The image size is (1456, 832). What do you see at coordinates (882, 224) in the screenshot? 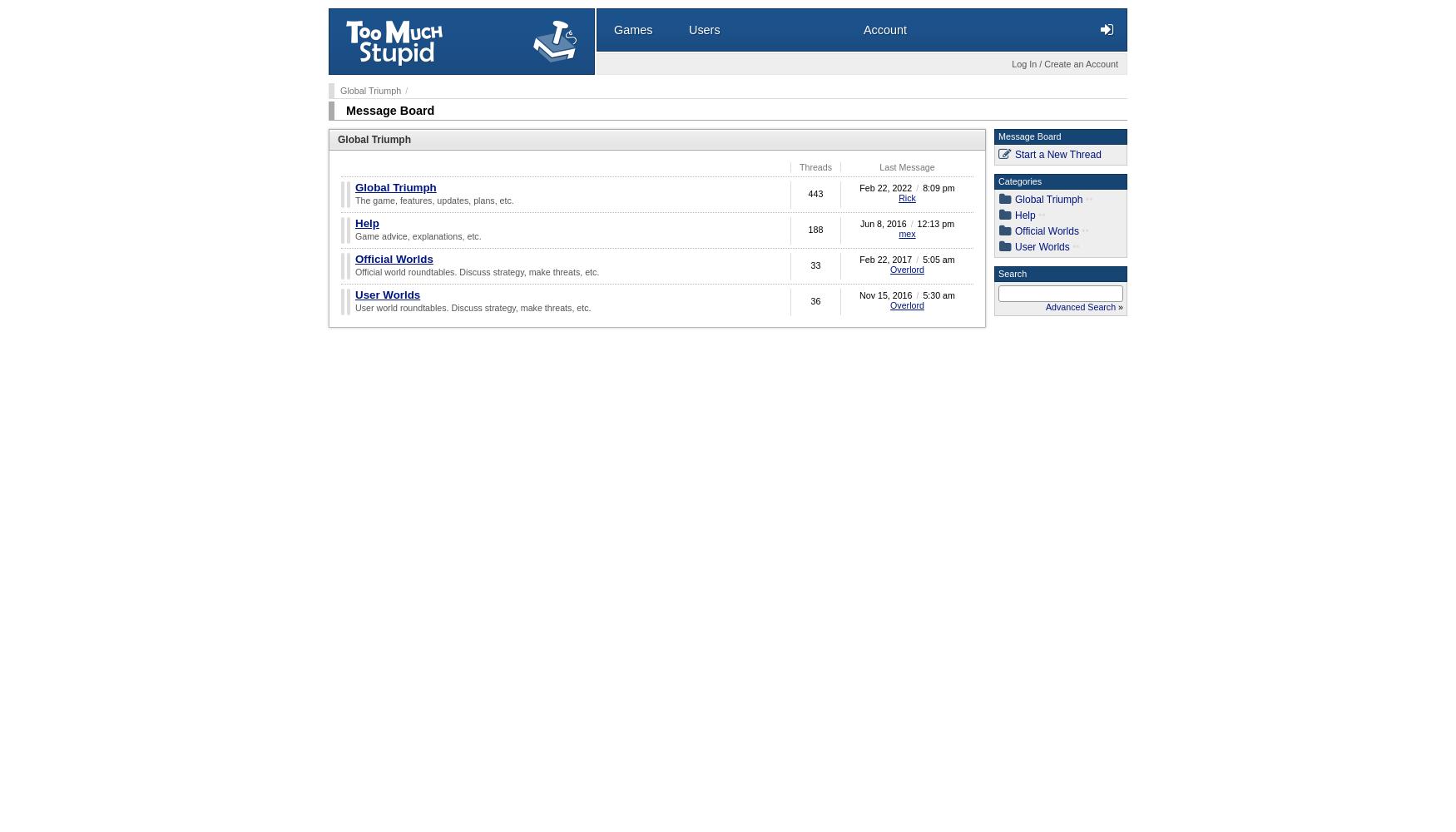
I see `'Jun 8, 2016'` at bounding box center [882, 224].